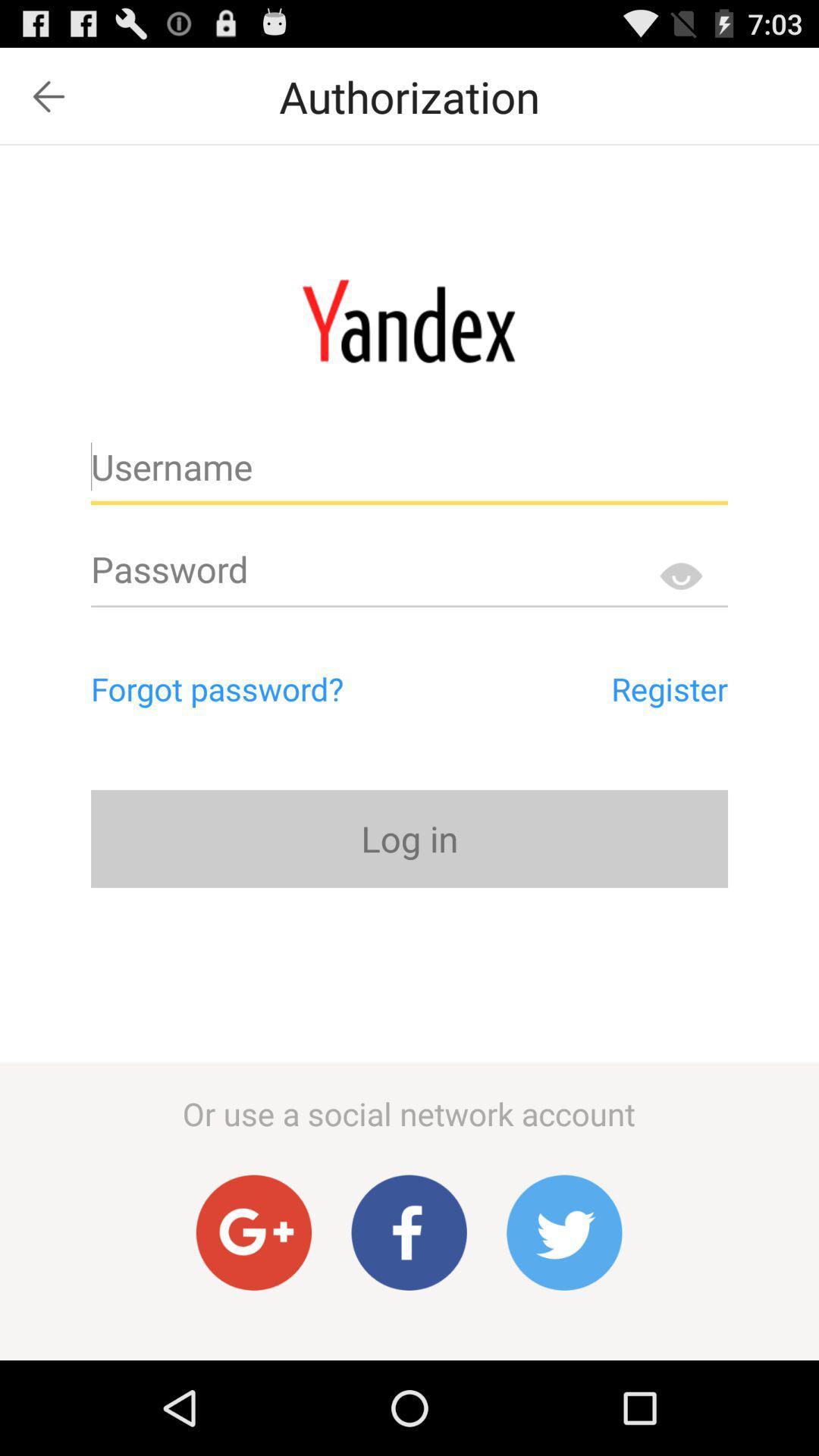 Image resolution: width=819 pixels, height=1456 pixels. What do you see at coordinates (408, 320) in the screenshot?
I see `main page` at bounding box center [408, 320].